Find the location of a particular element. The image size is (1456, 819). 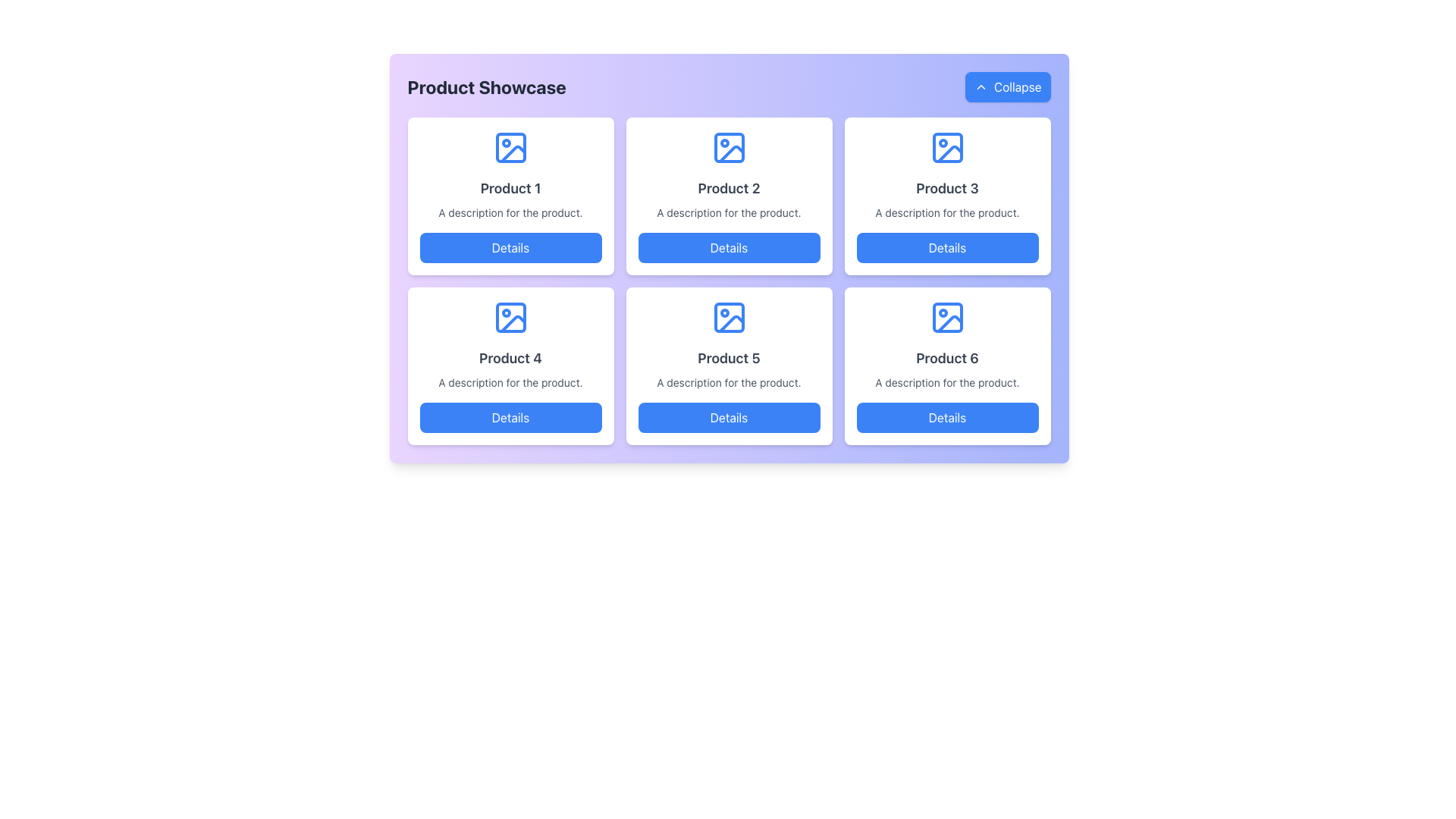

title displayed in the text label located in the first card of the grid layout, positioned centrally below the image icon is located at coordinates (510, 188).